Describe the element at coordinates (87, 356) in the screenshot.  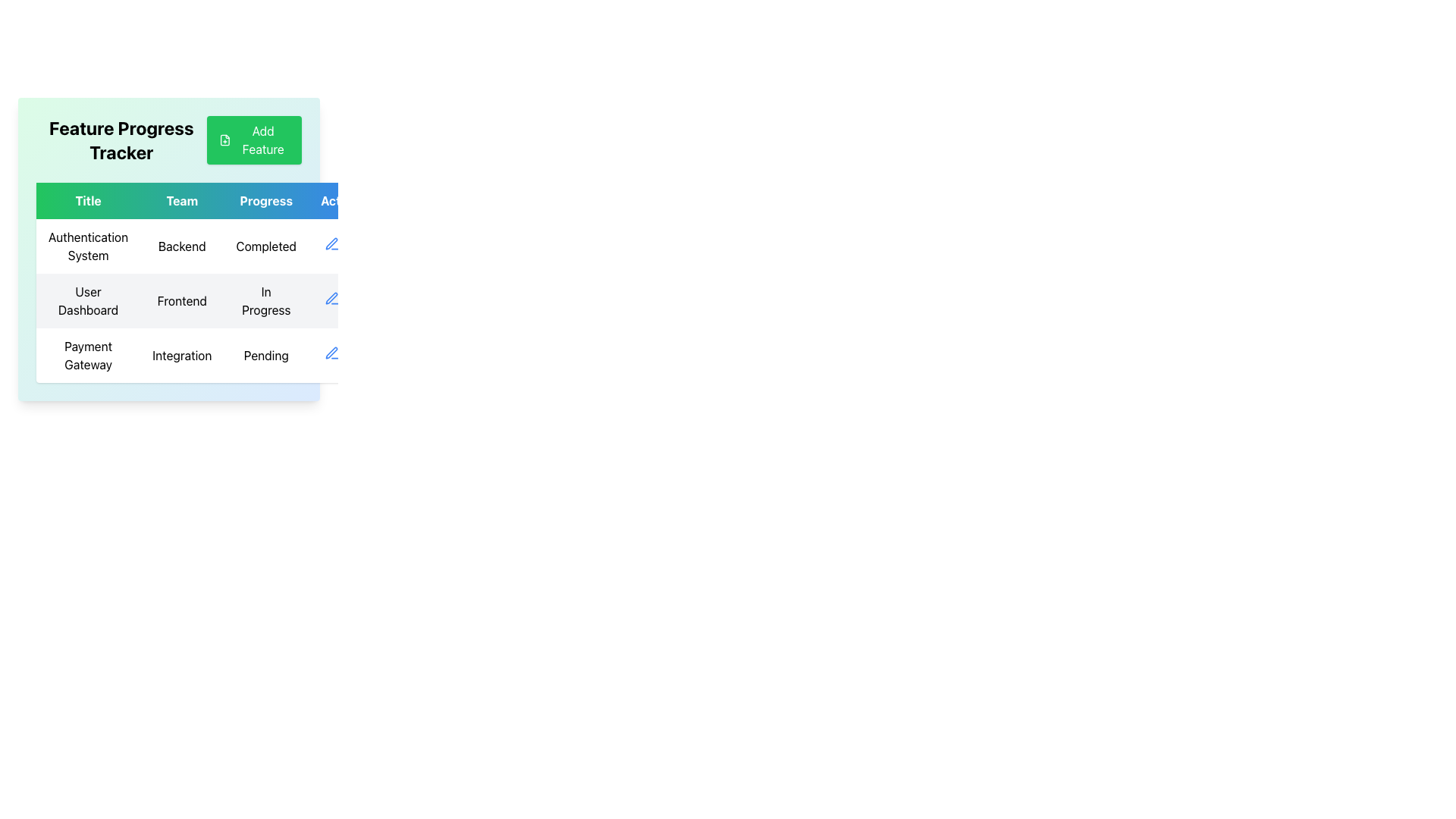
I see `the text label reading 'Payment Gateway', which is the first column in the second row of a structured table layout` at that location.